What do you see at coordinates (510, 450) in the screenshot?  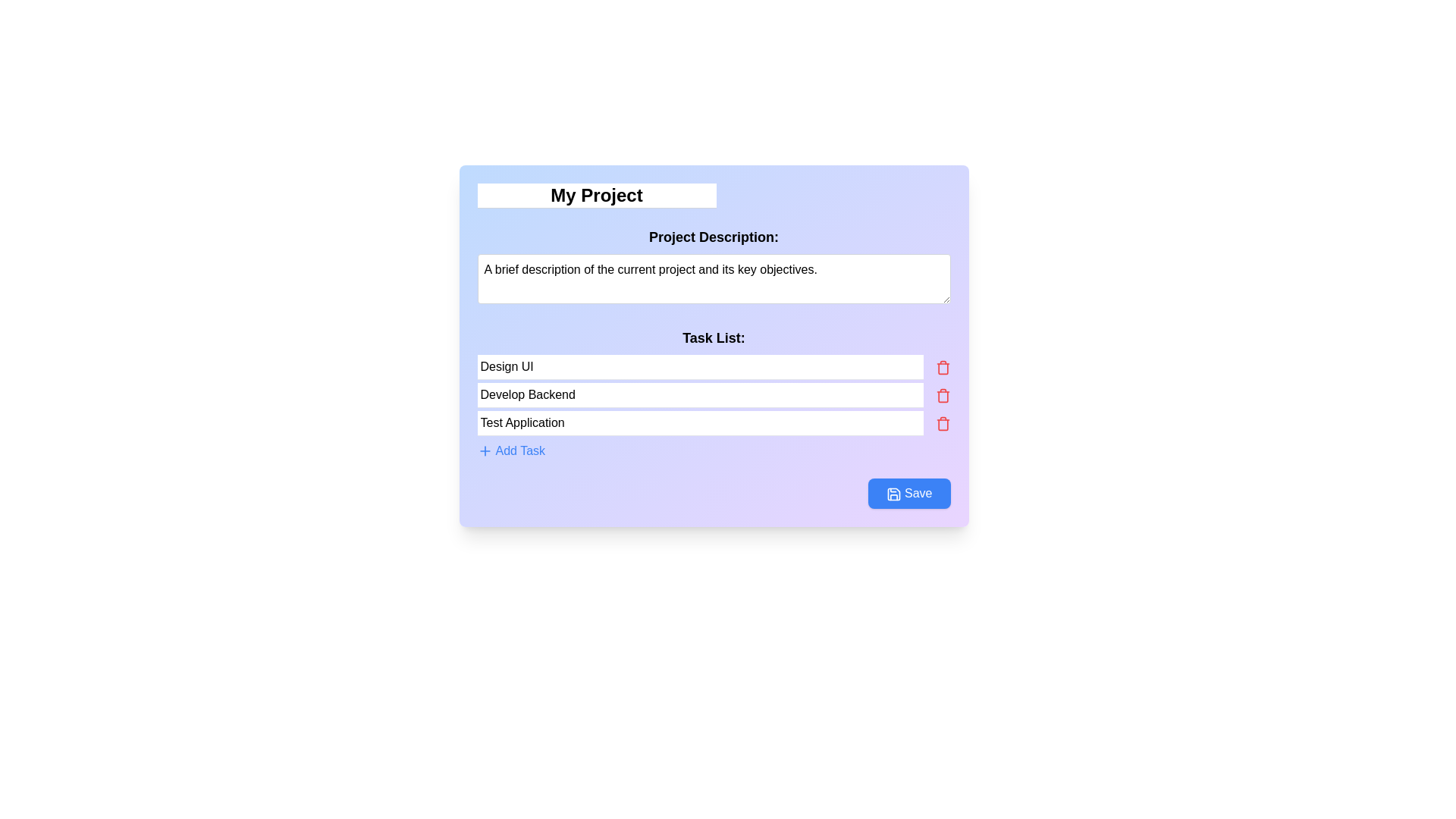 I see `the button with an icon located at the bottom of the 'Task List' section` at bounding box center [510, 450].